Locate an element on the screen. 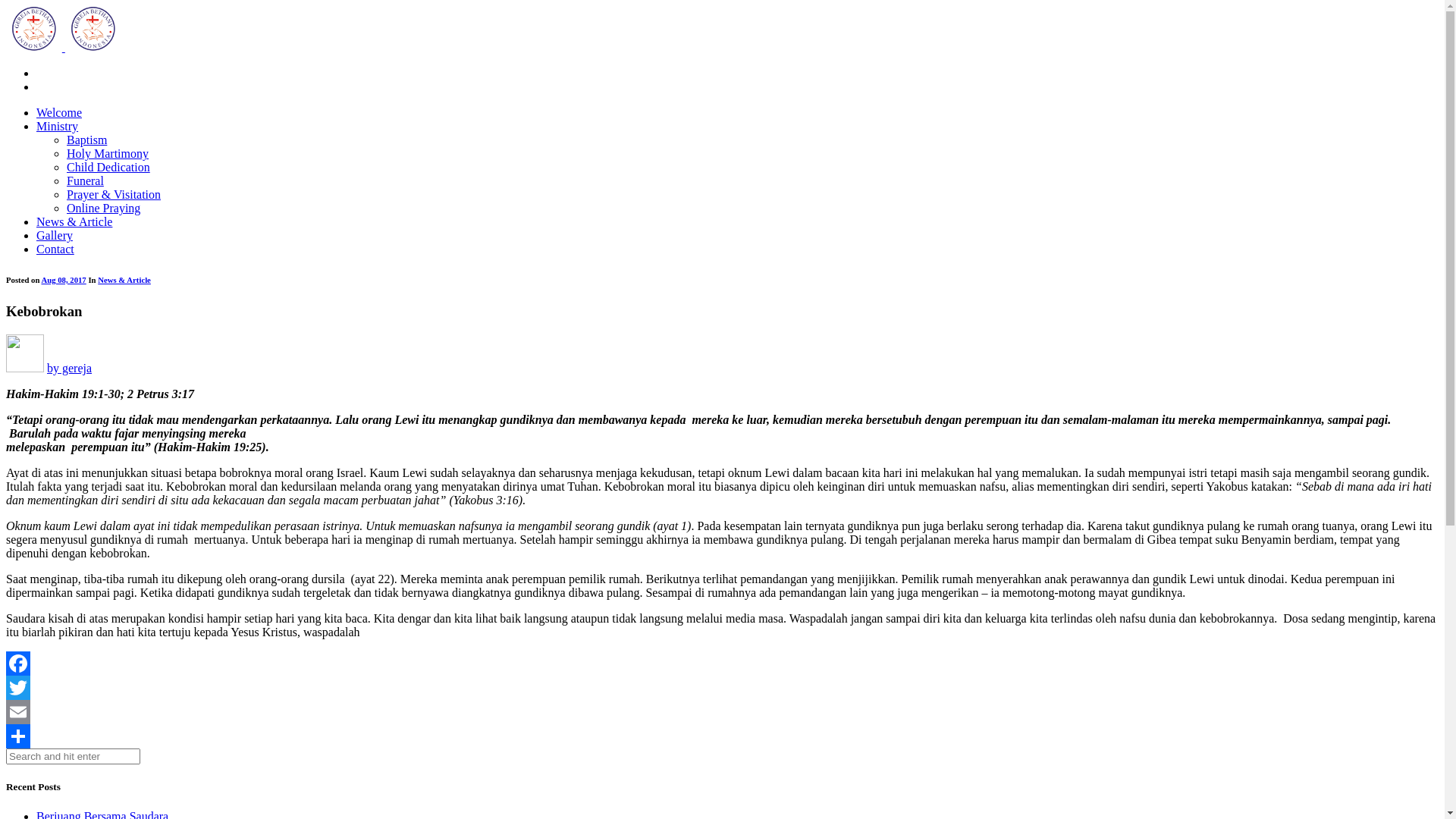  'Contact' is located at coordinates (36, 248).